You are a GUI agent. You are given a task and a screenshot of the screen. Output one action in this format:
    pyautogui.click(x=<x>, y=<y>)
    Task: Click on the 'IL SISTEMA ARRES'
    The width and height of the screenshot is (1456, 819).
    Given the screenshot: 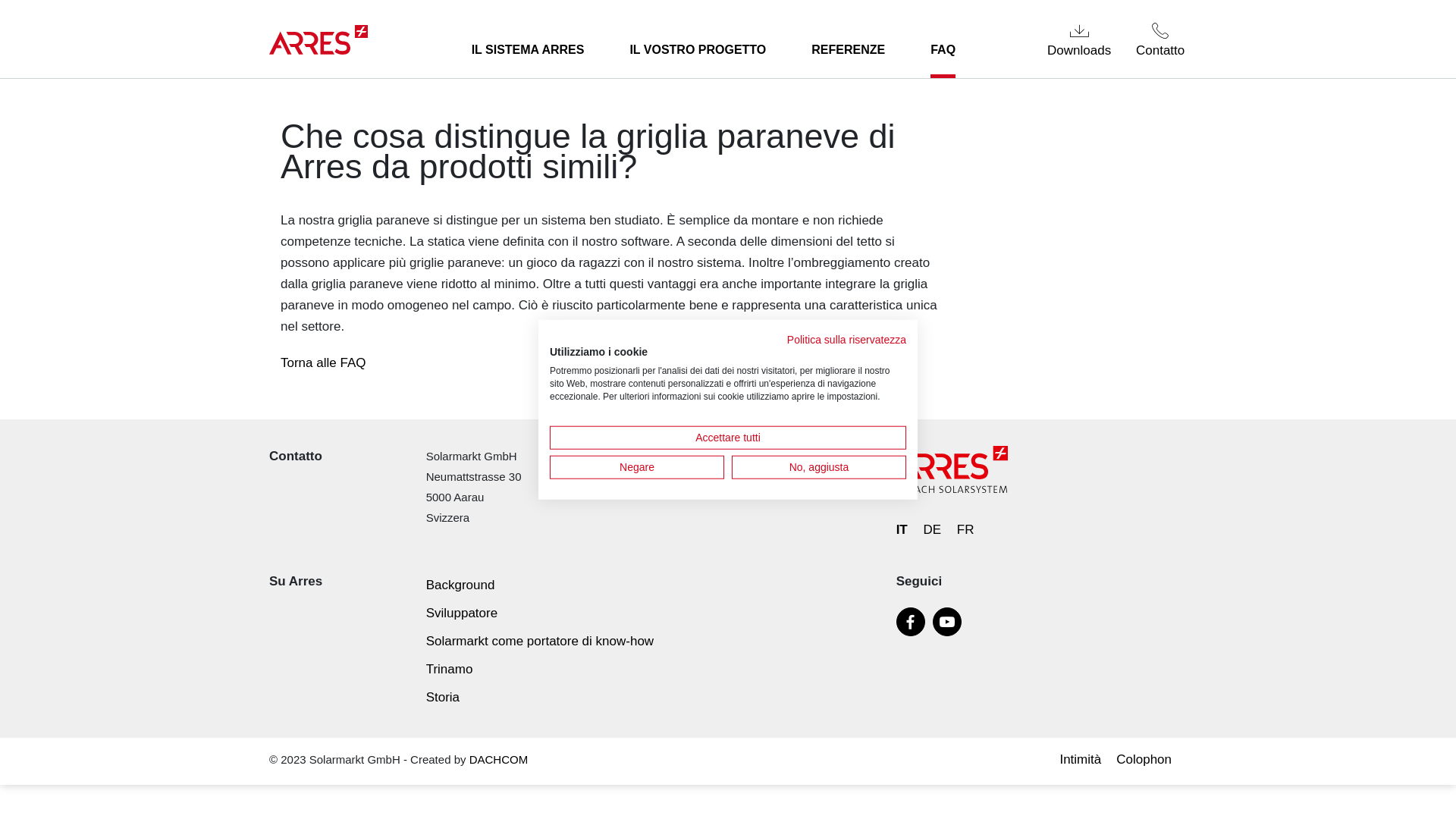 What is the action you would take?
    pyautogui.click(x=528, y=49)
    